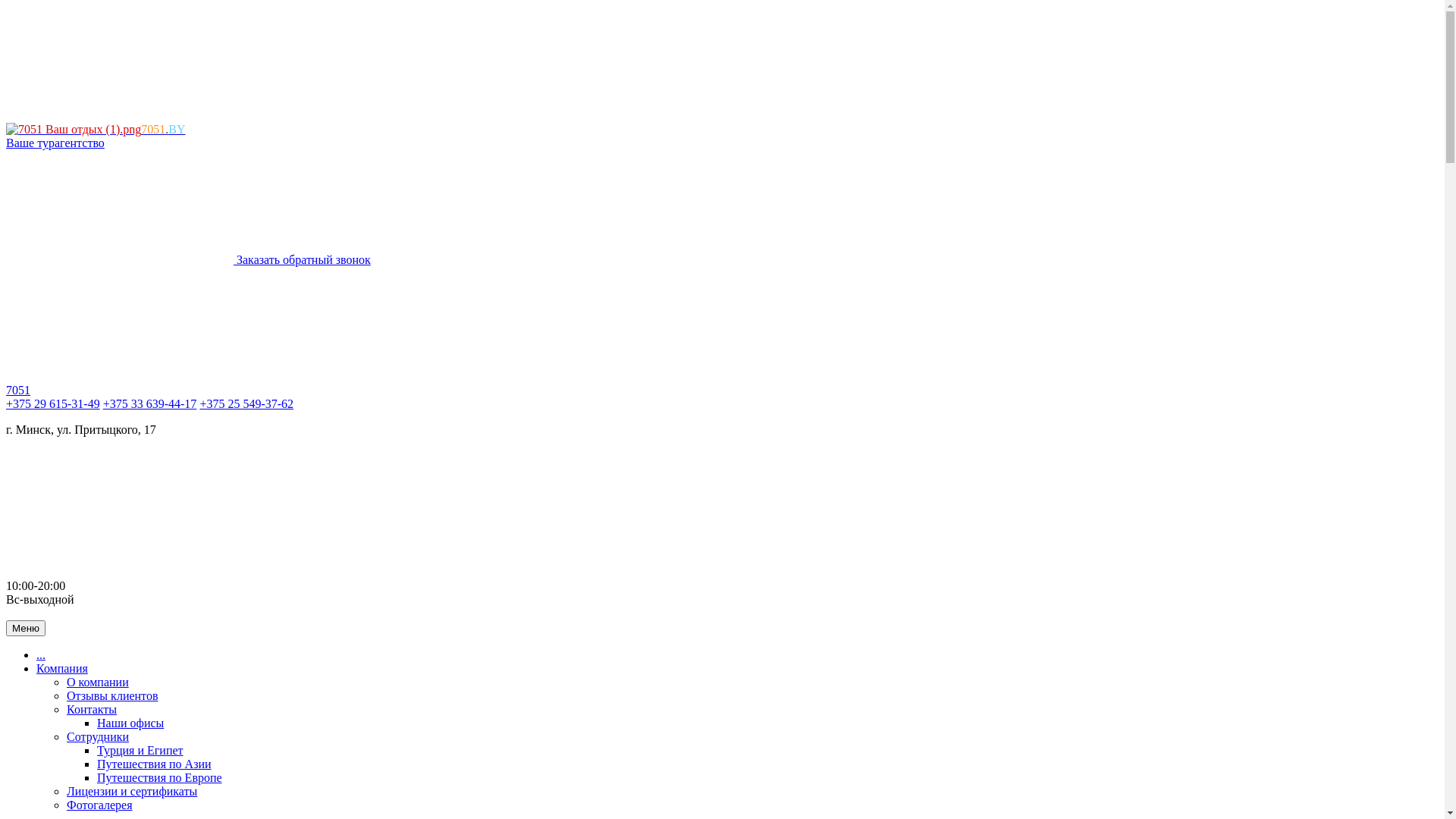  What do you see at coordinates (246, 403) in the screenshot?
I see `'+375 25 549-37-62'` at bounding box center [246, 403].